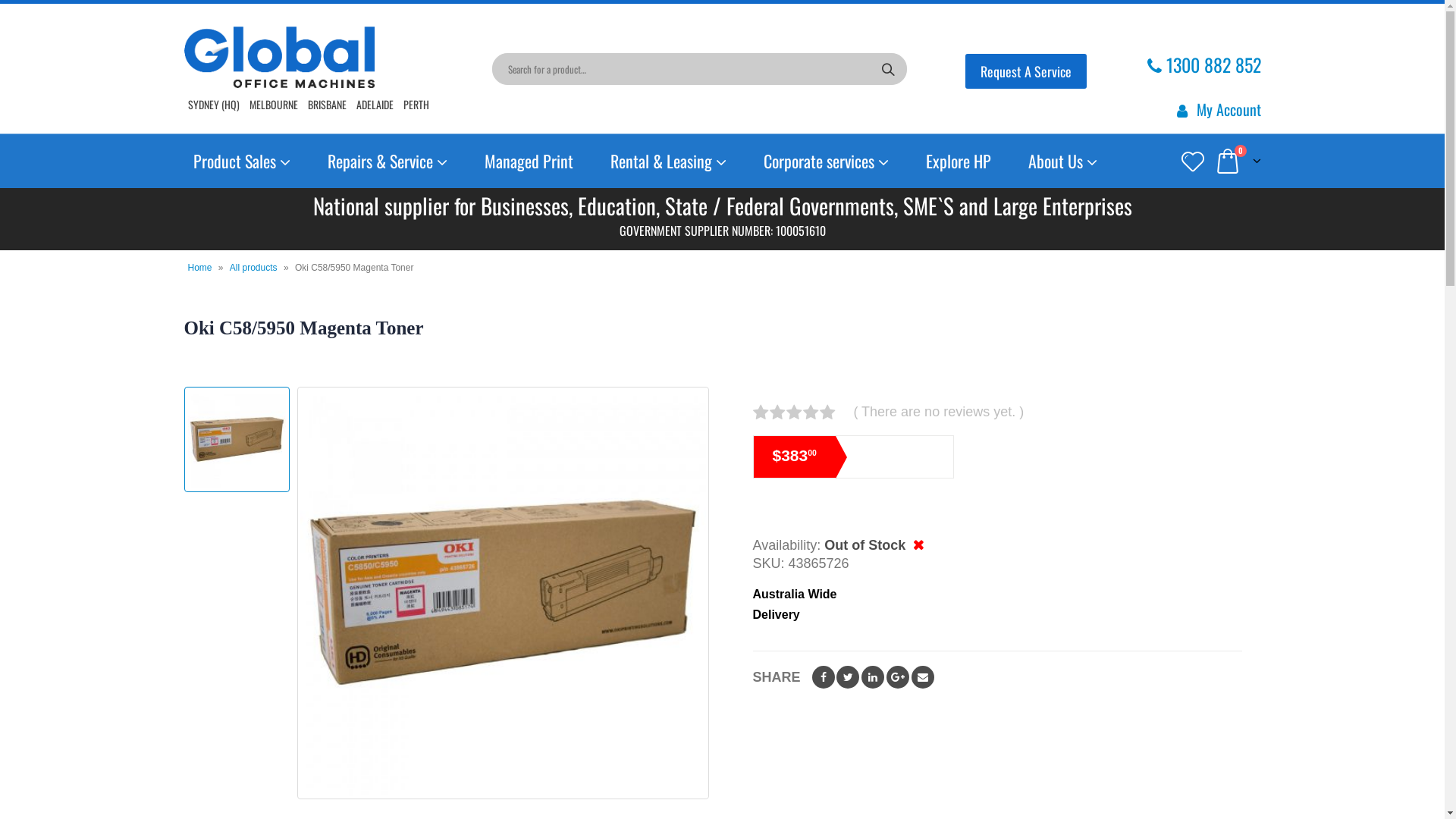 The height and width of the screenshot is (819, 1456). I want to click on 'Repairs & Service', so click(387, 161).